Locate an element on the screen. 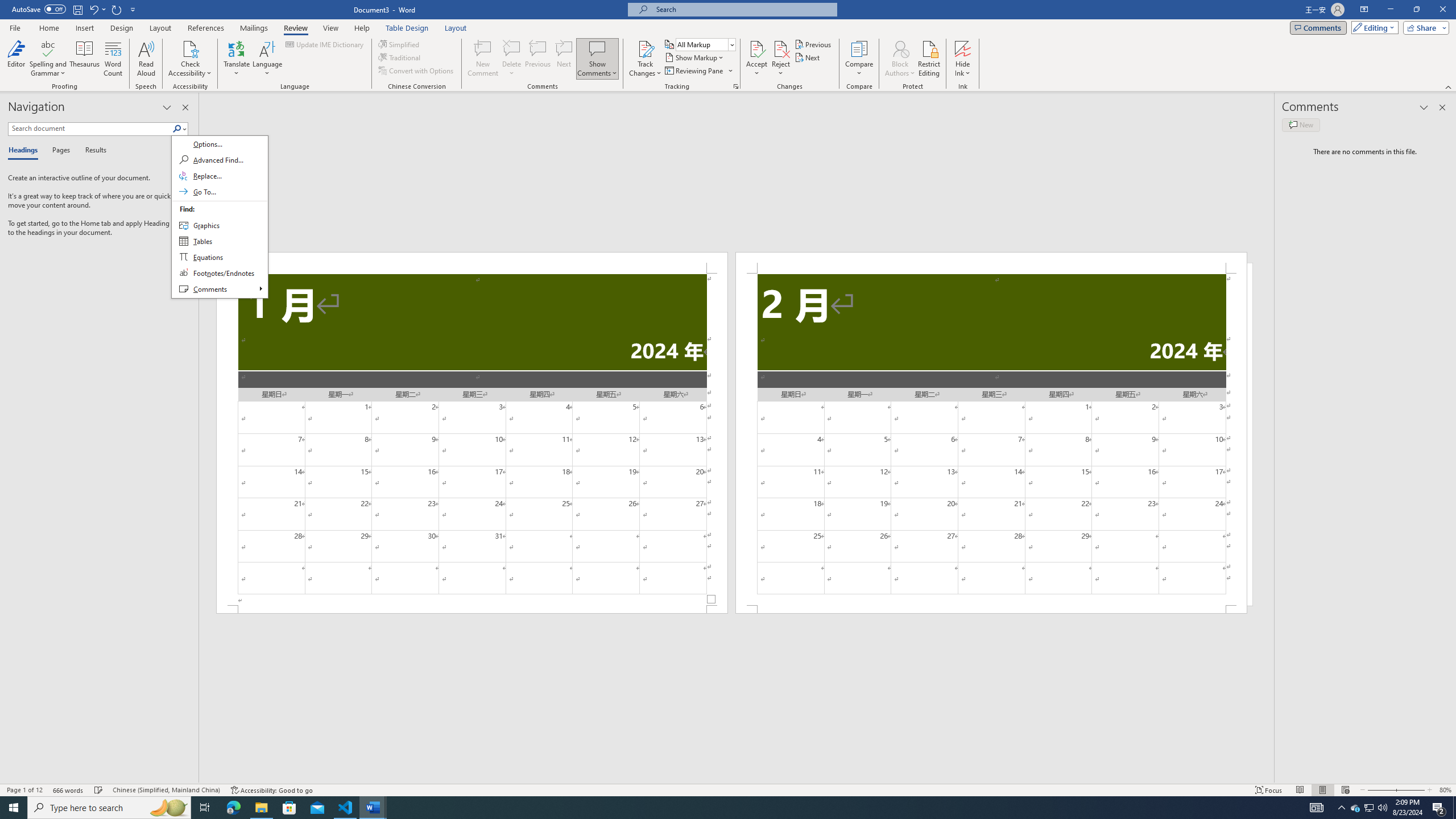 The image size is (1456, 819). 'Convert with Options...' is located at coordinates (417, 69).